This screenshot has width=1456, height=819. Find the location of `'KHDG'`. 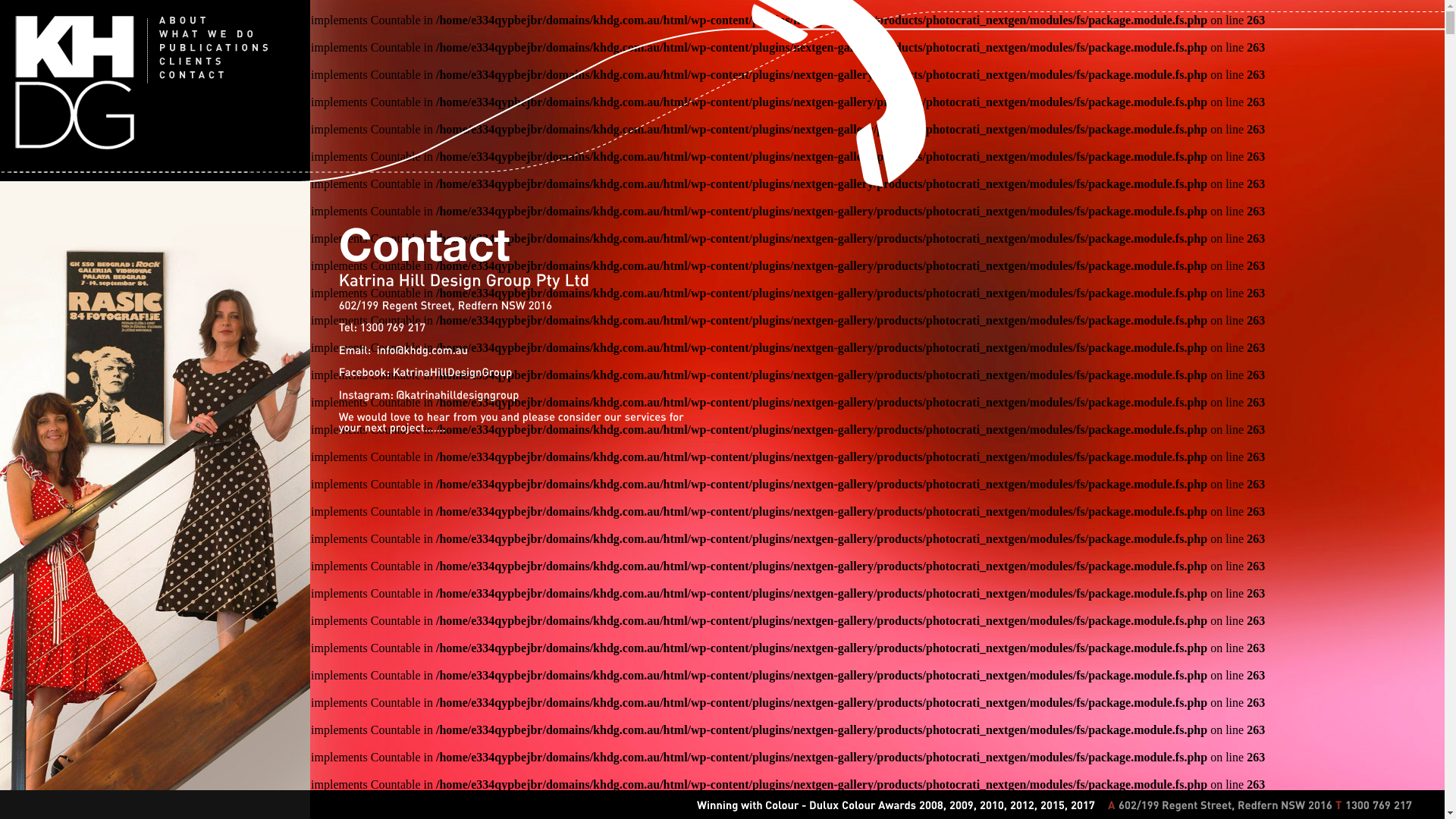

'KHDG' is located at coordinates (14, 82).